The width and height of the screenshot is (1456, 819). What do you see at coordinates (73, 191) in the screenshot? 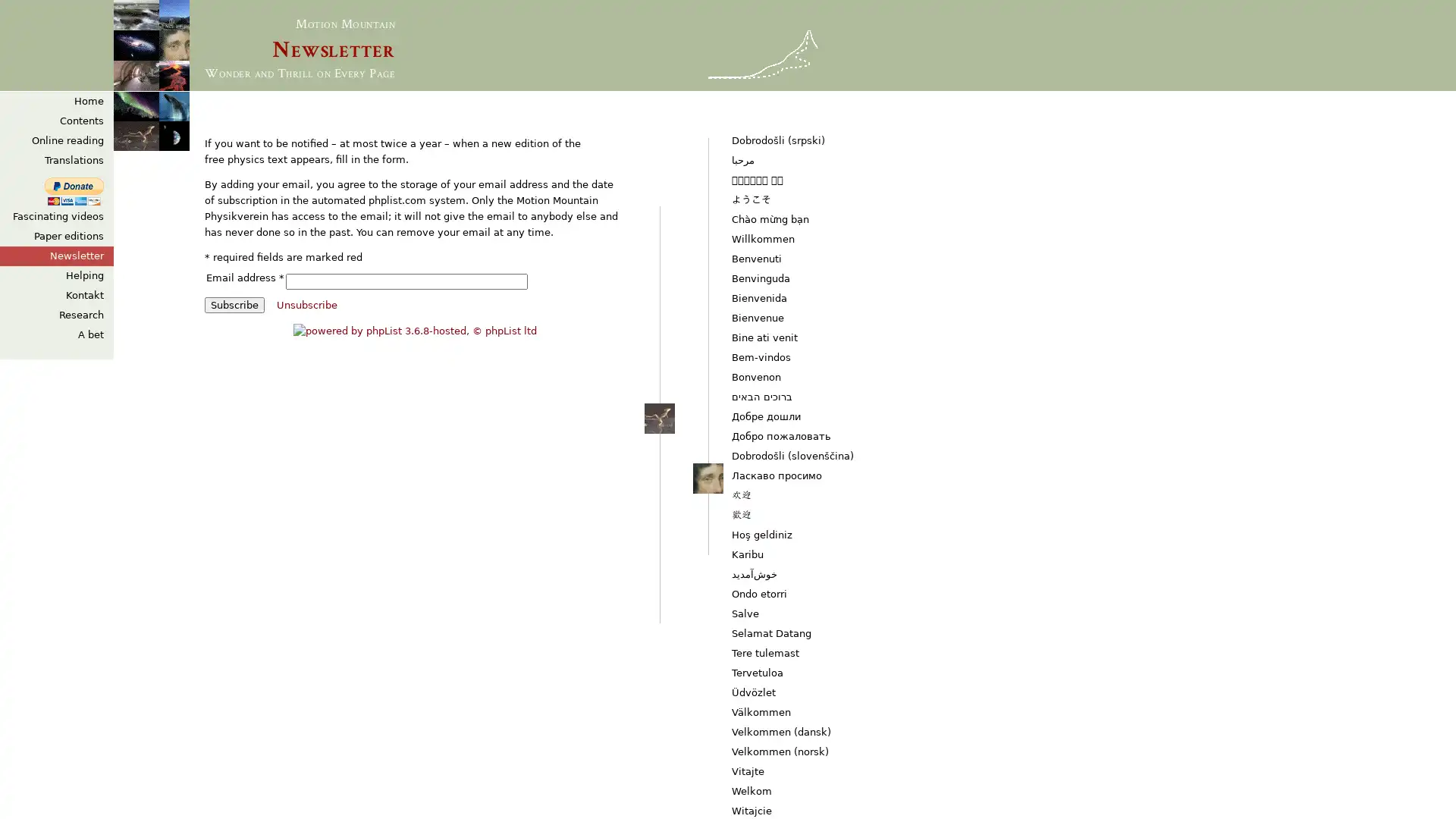
I see `| PayPal - The safer, easier way to pay online.|` at bounding box center [73, 191].